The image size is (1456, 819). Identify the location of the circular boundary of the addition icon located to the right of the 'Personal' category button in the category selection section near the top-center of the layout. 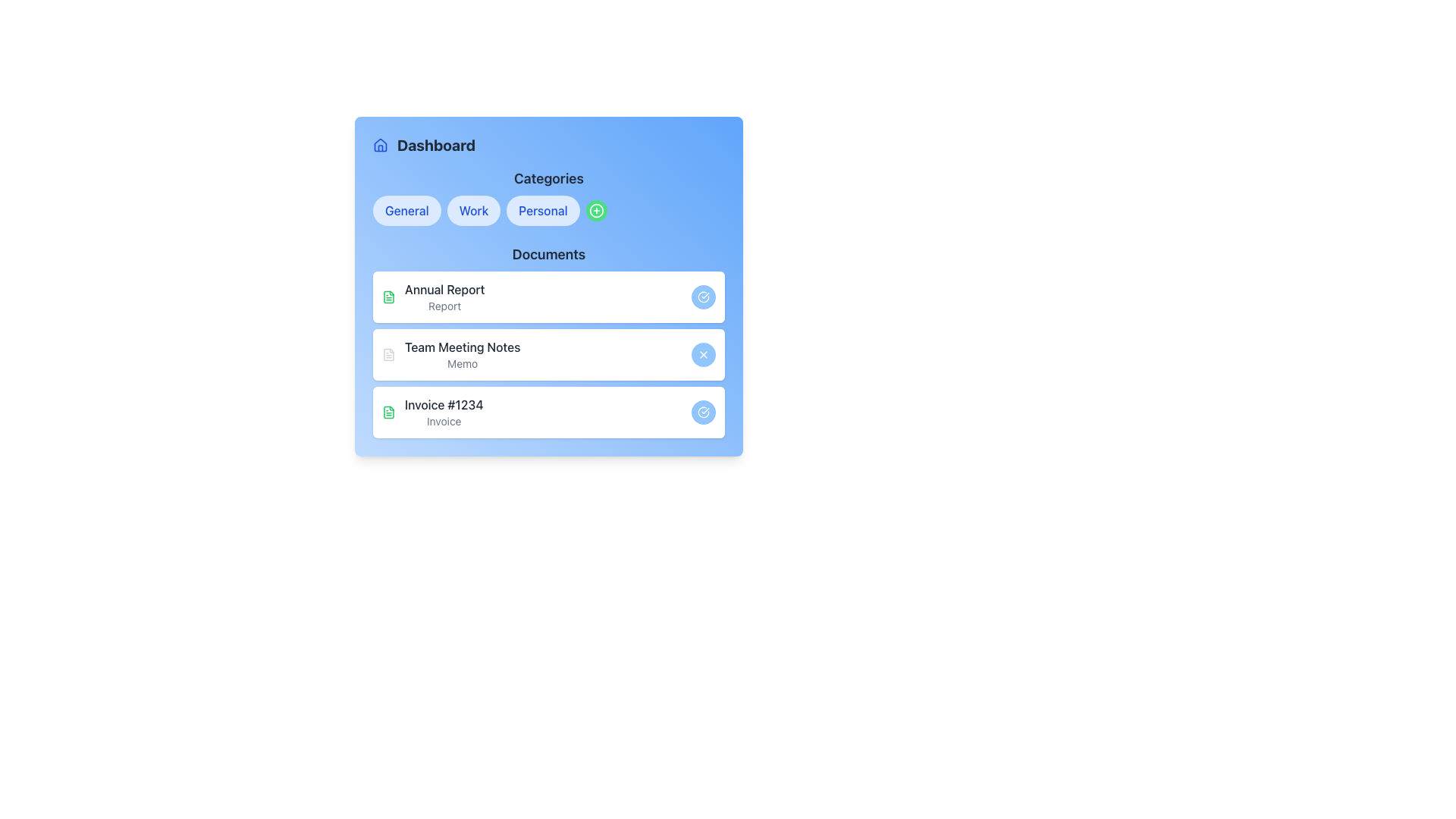
(595, 210).